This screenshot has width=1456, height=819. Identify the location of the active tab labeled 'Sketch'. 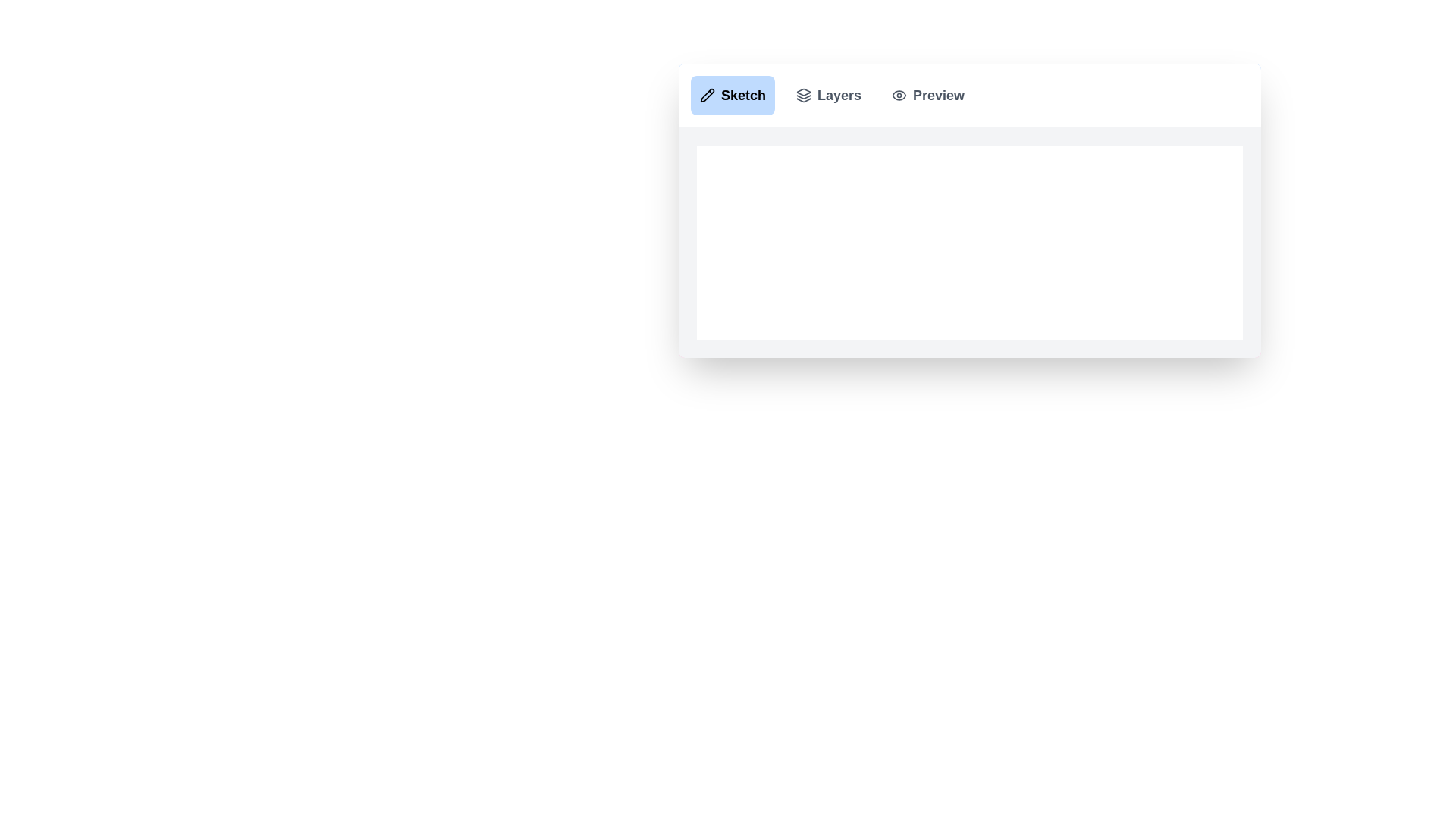
(732, 96).